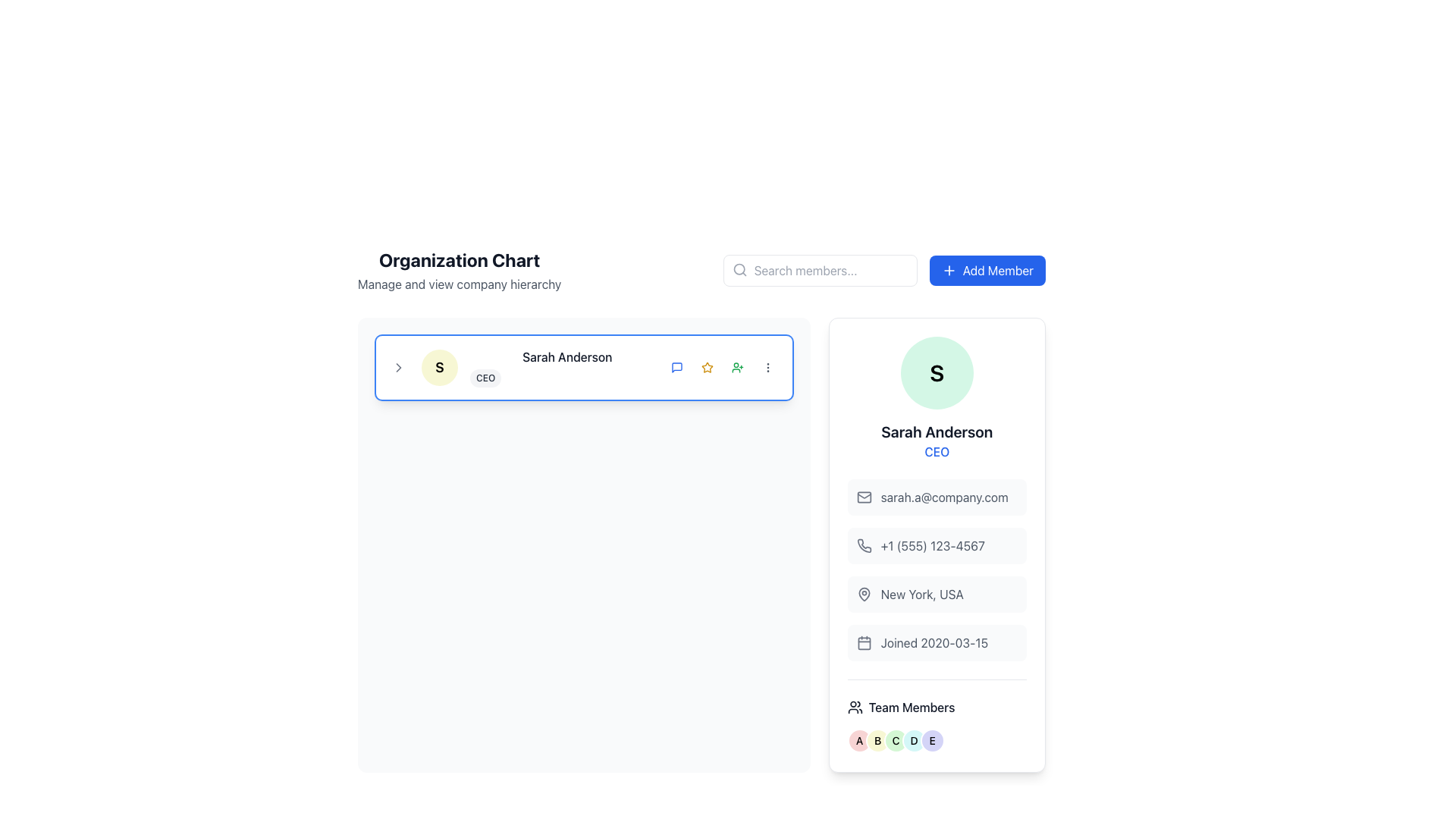 This screenshot has height=819, width=1456. Describe the element at coordinates (459, 270) in the screenshot. I see `the 'Organization Chart' text block header, which features a bold title and a subtitle, located in the top-central area of the interface` at that location.